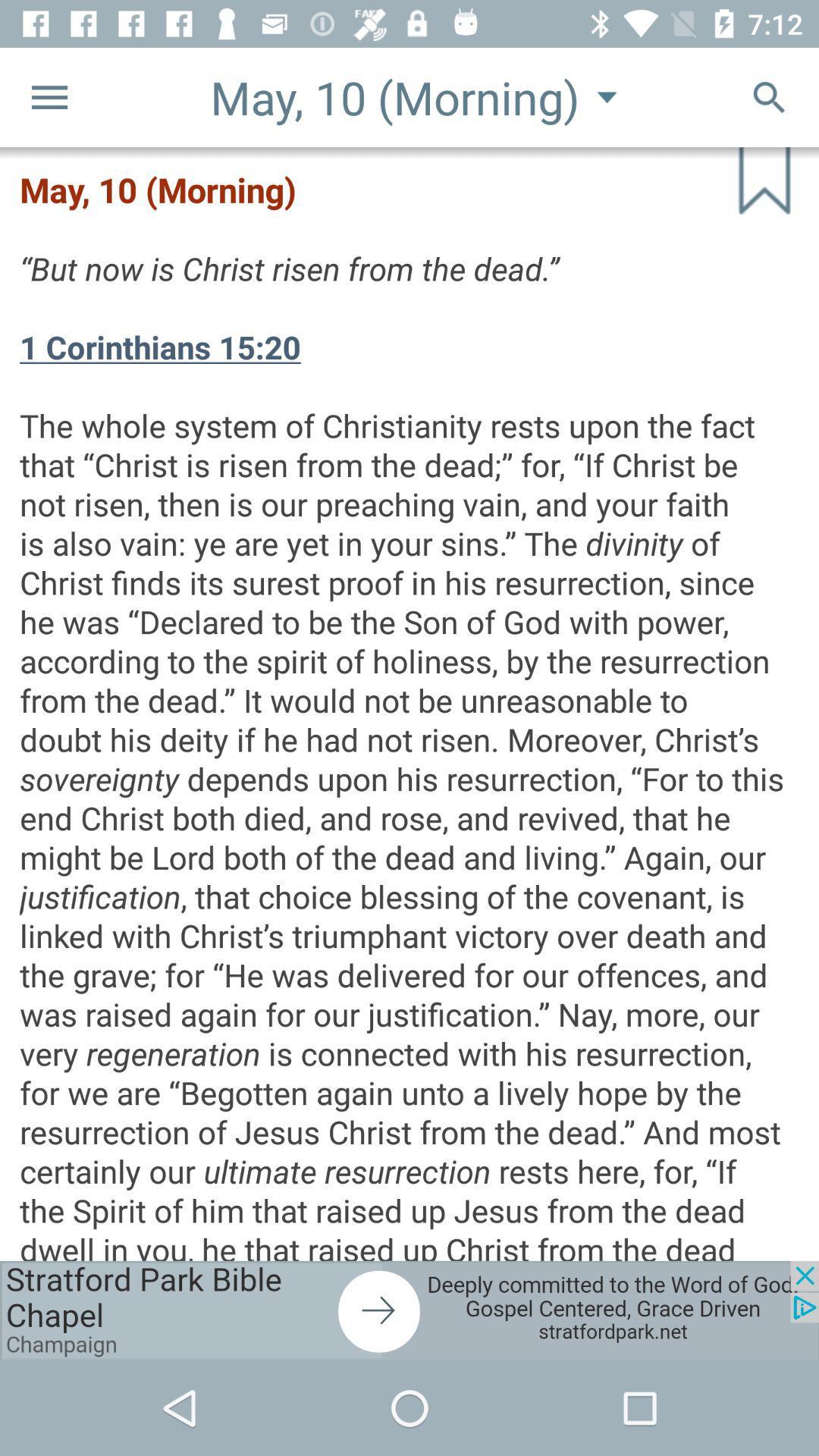 The height and width of the screenshot is (1456, 819). What do you see at coordinates (748, 196) in the screenshot?
I see `the bookmark icon` at bounding box center [748, 196].